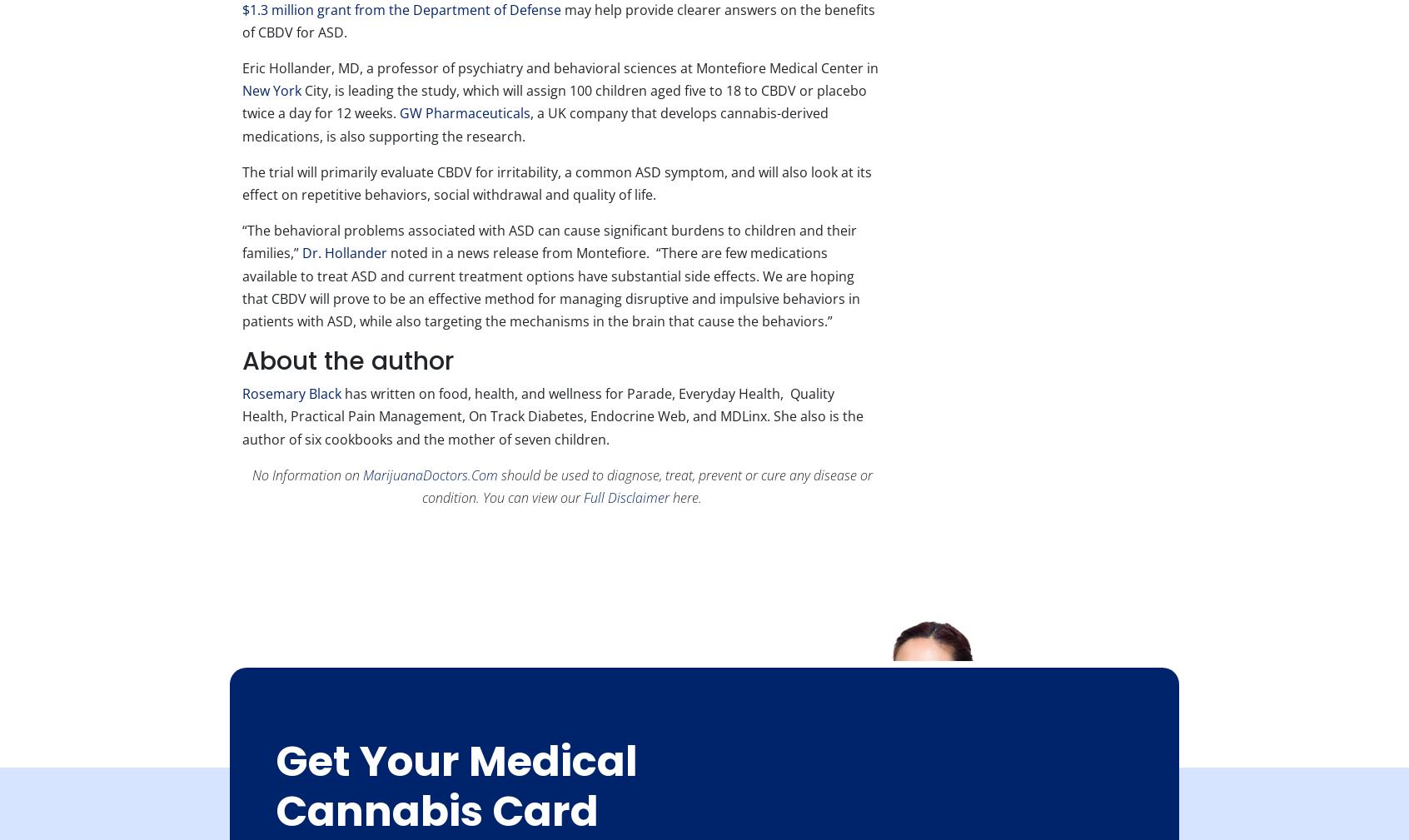 This screenshot has height=840, width=1409. What do you see at coordinates (430, 474) in the screenshot?
I see `'MarijuanaDoctors.Com'` at bounding box center [430, 474].